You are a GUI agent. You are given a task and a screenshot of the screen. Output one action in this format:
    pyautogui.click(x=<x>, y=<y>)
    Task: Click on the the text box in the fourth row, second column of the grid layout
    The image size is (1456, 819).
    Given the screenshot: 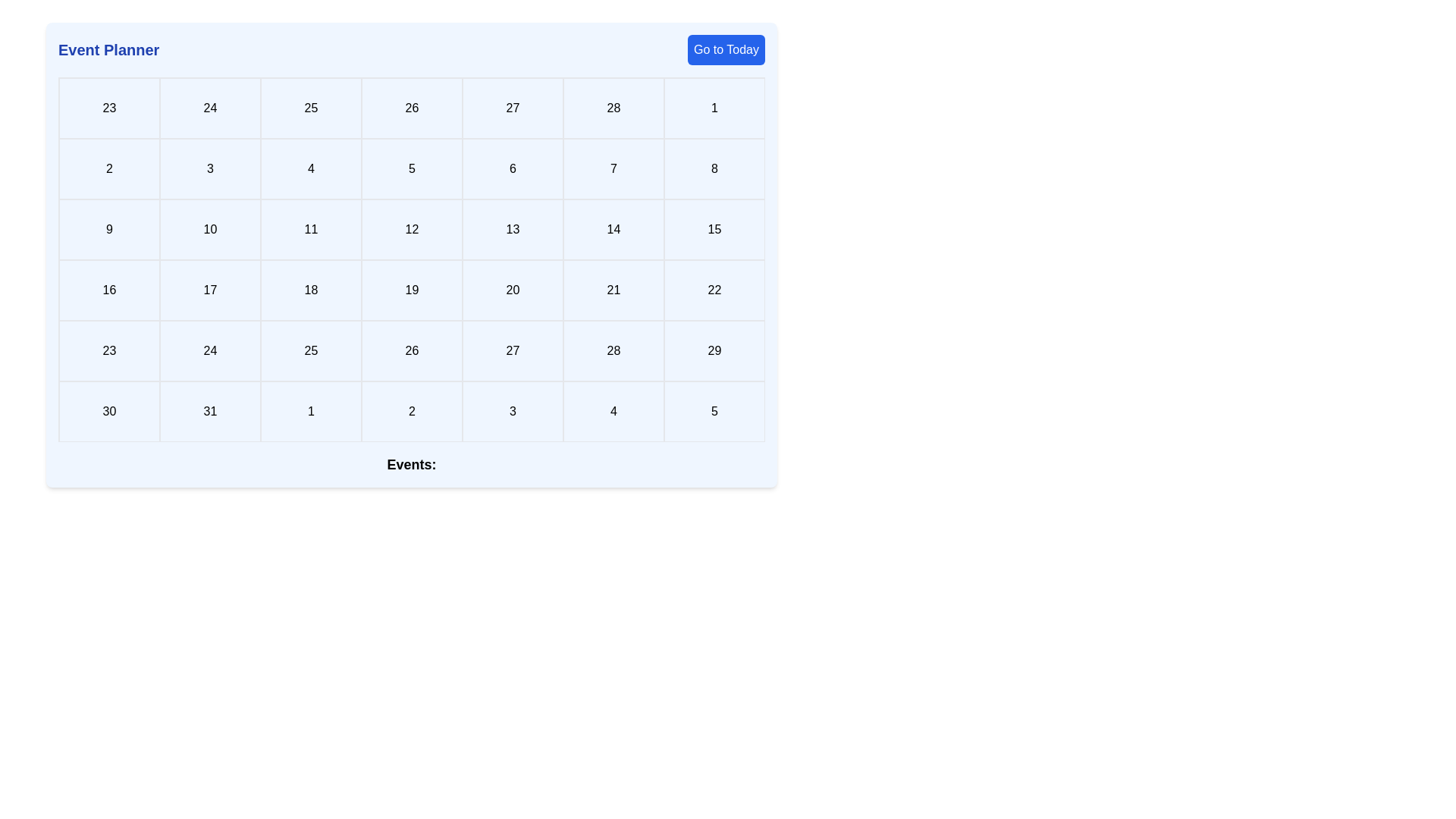 What is the action you would take?
    pyautogui.click(x=209, y=350)
    